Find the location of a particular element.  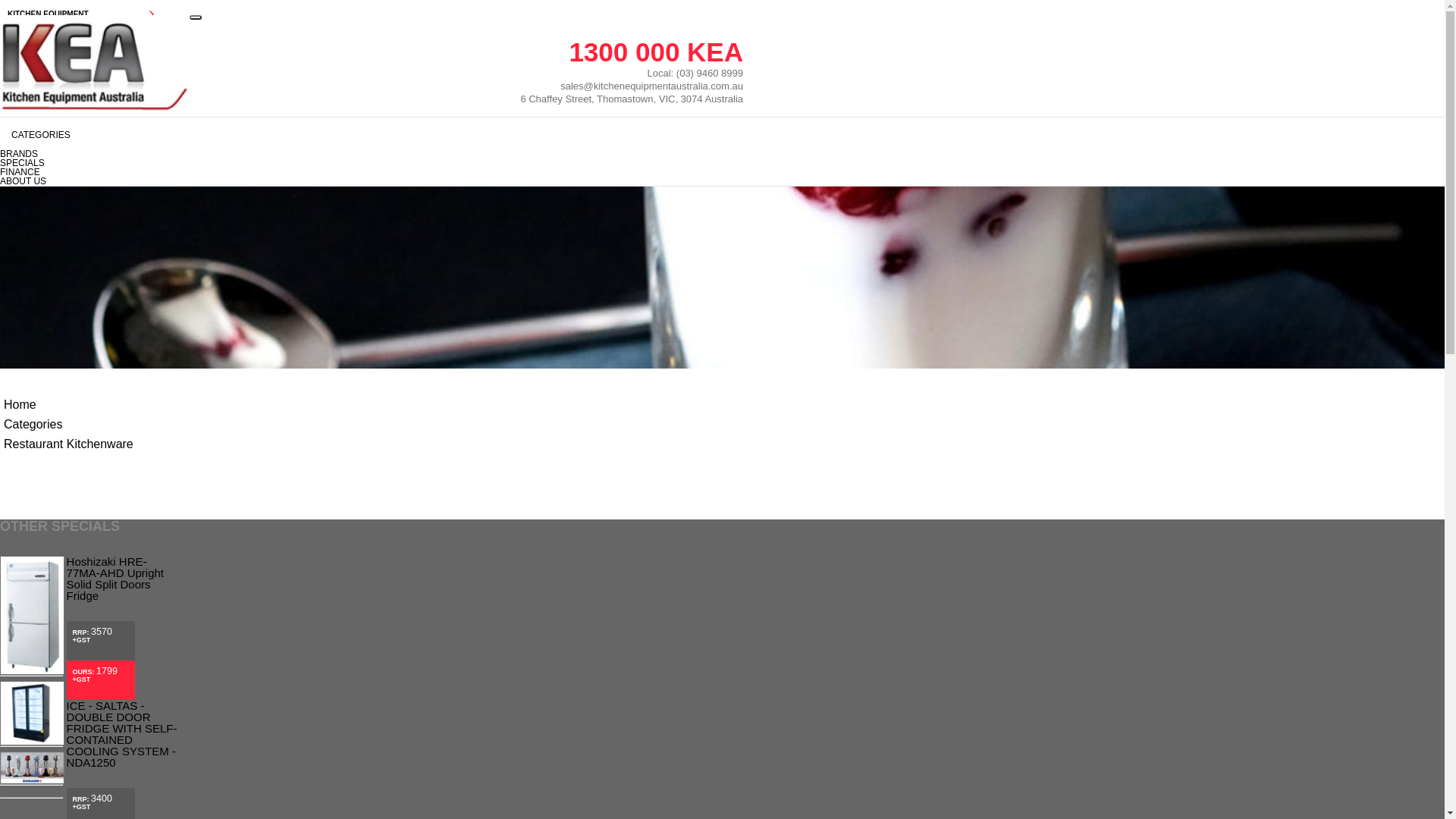

'COMMERCIAL COOKING EQUIPMENT' is located at coordinates (0, 100).